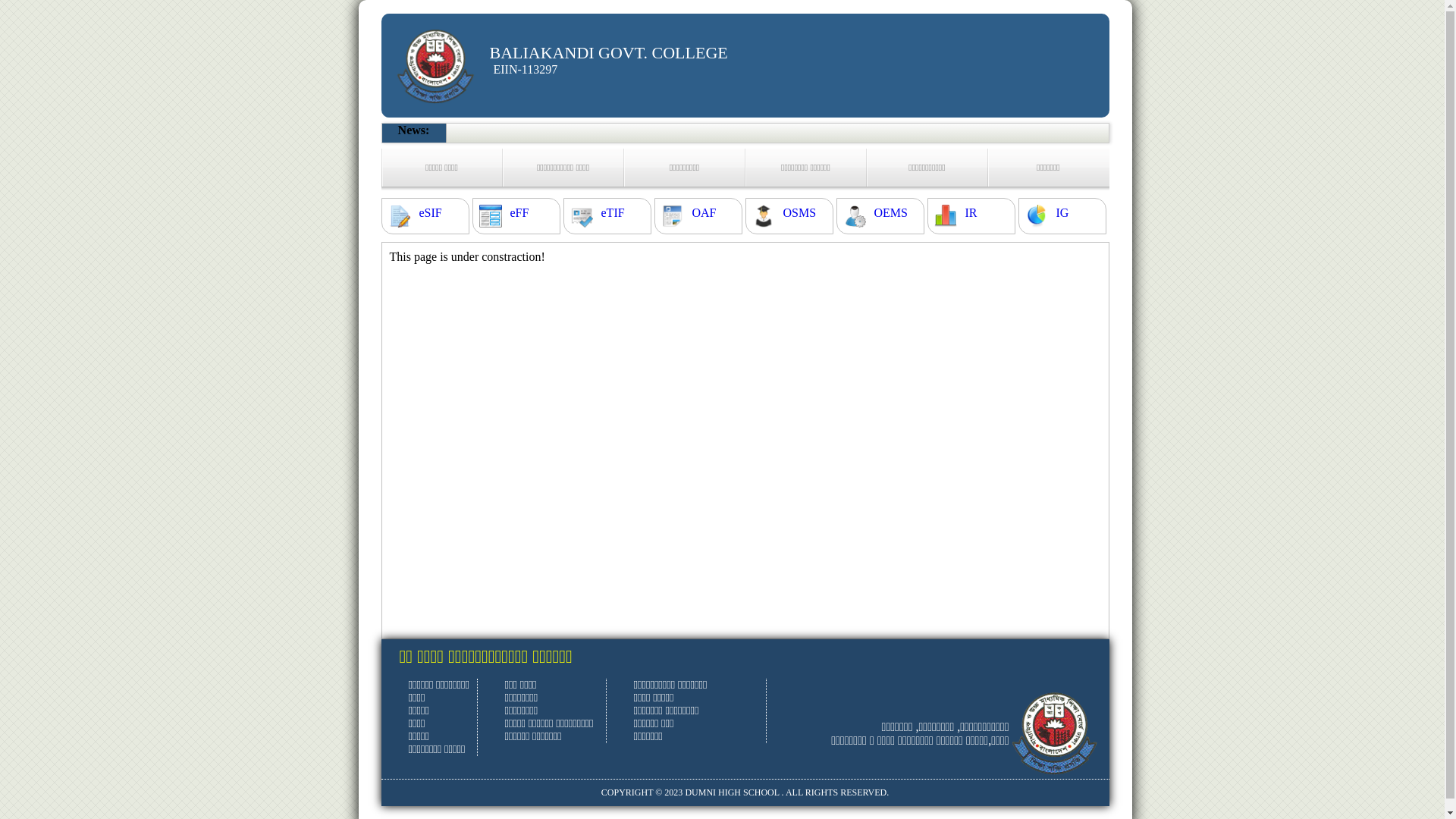 This screenshot has width=1456, height=819. I want to click on 'eSIF', so click(428, 213).